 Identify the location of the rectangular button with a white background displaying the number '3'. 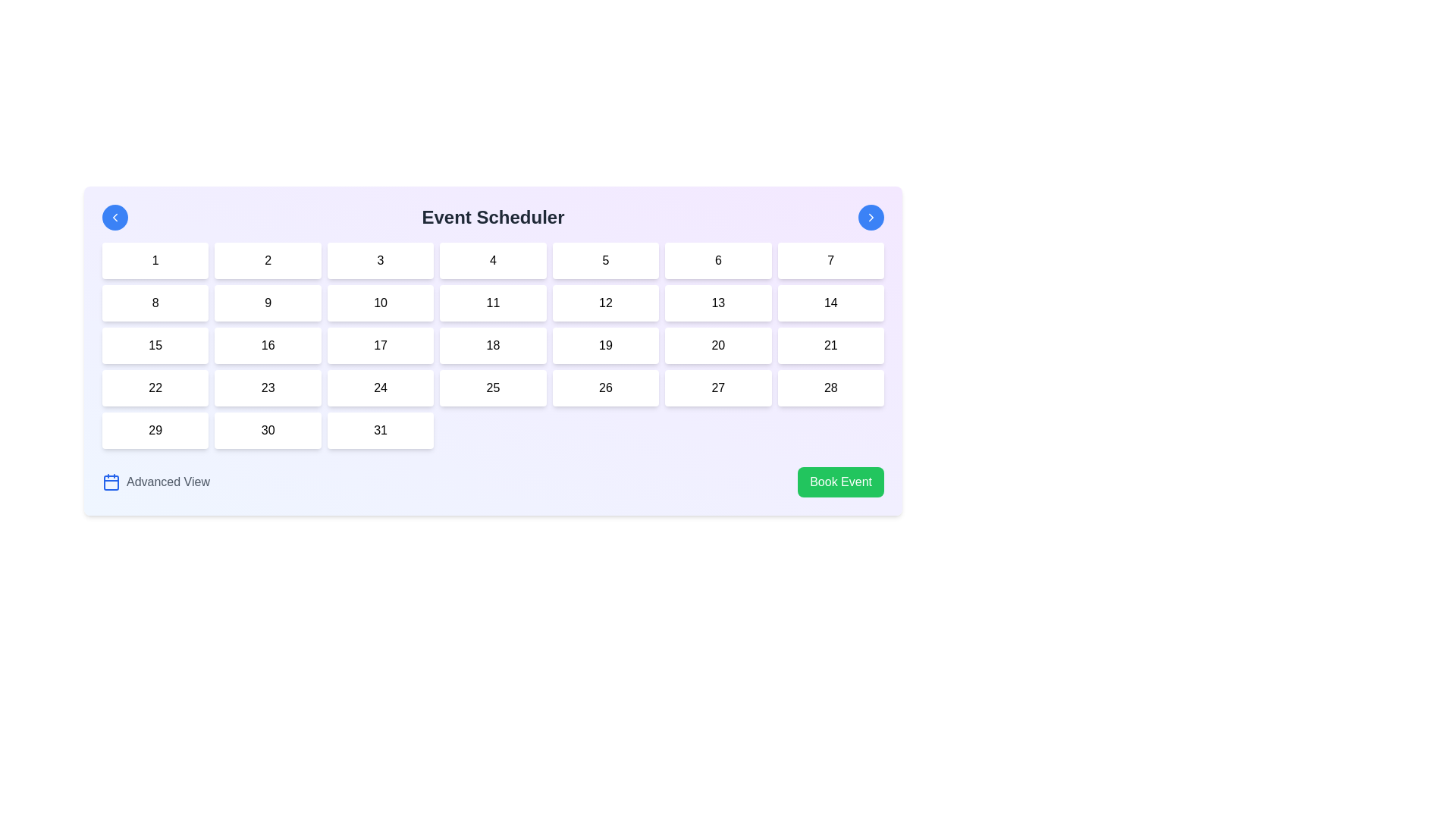
(381, 259).